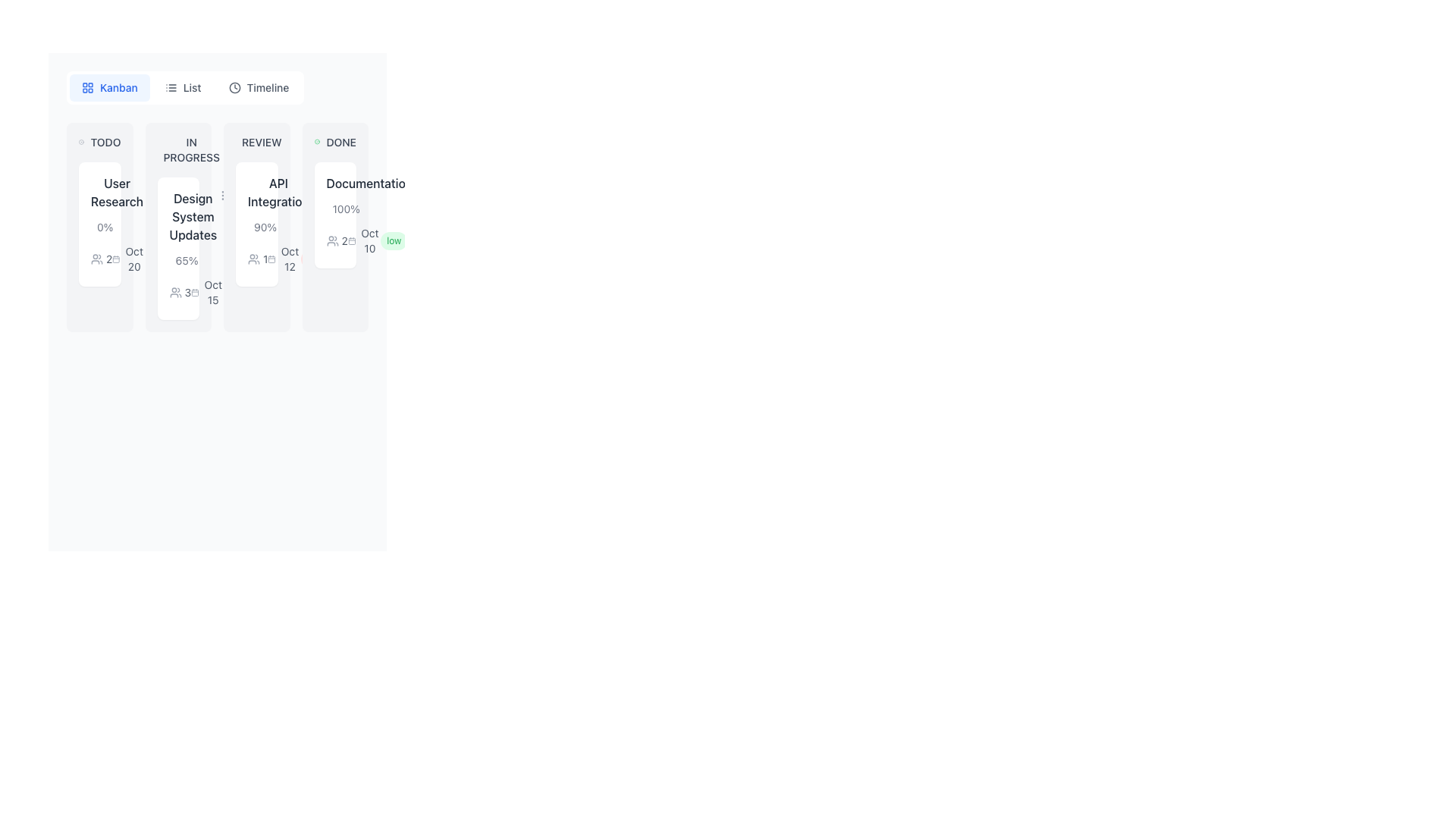 This screenshot has height=819, width=1456. Describe the element at coordinates (316, 143) in the screenshot. I see `the static representation of the completion icon located to the left of the 'DONE' text in the Kanban board interface` at that location.